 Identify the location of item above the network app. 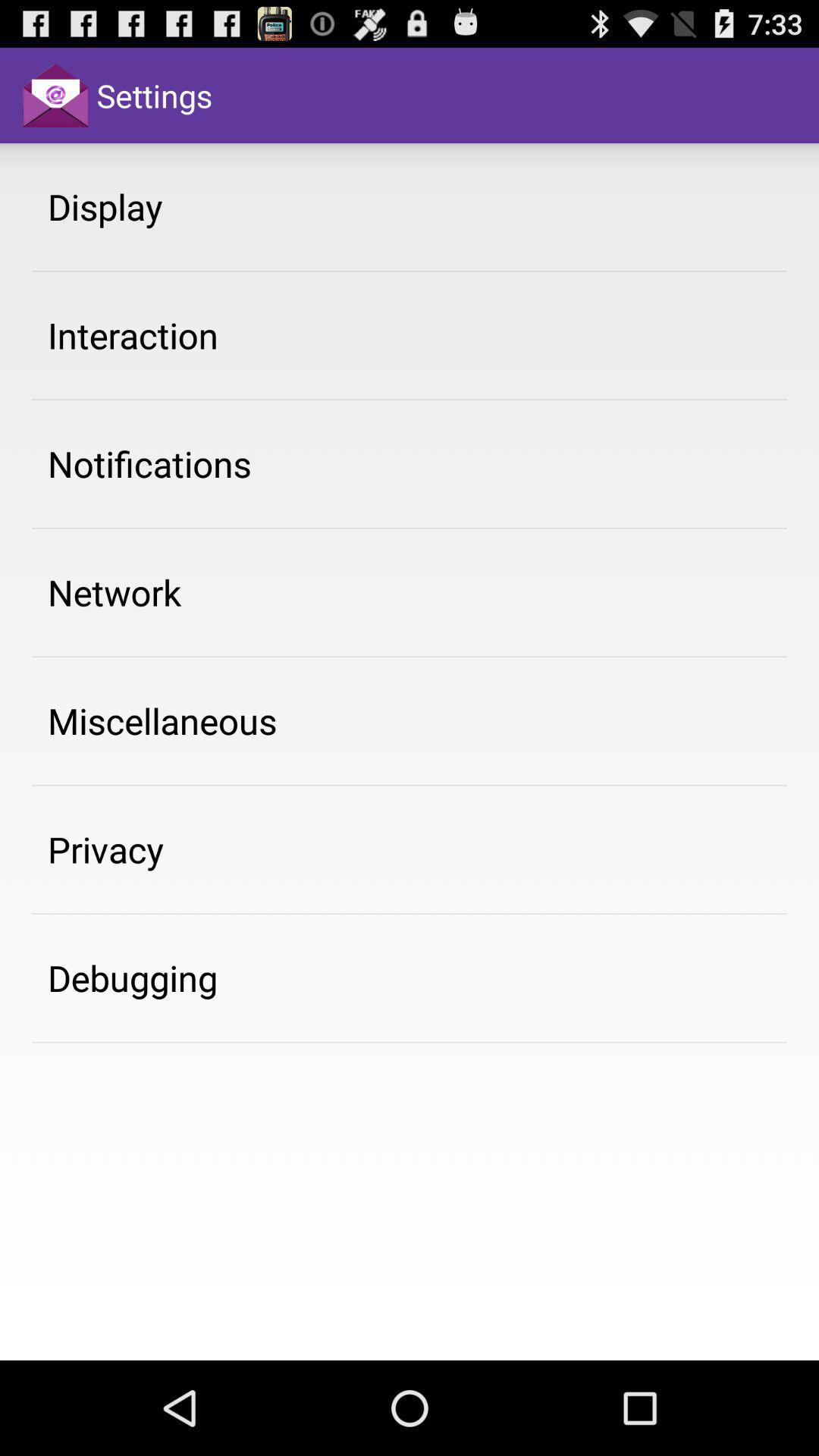
(149, 463).